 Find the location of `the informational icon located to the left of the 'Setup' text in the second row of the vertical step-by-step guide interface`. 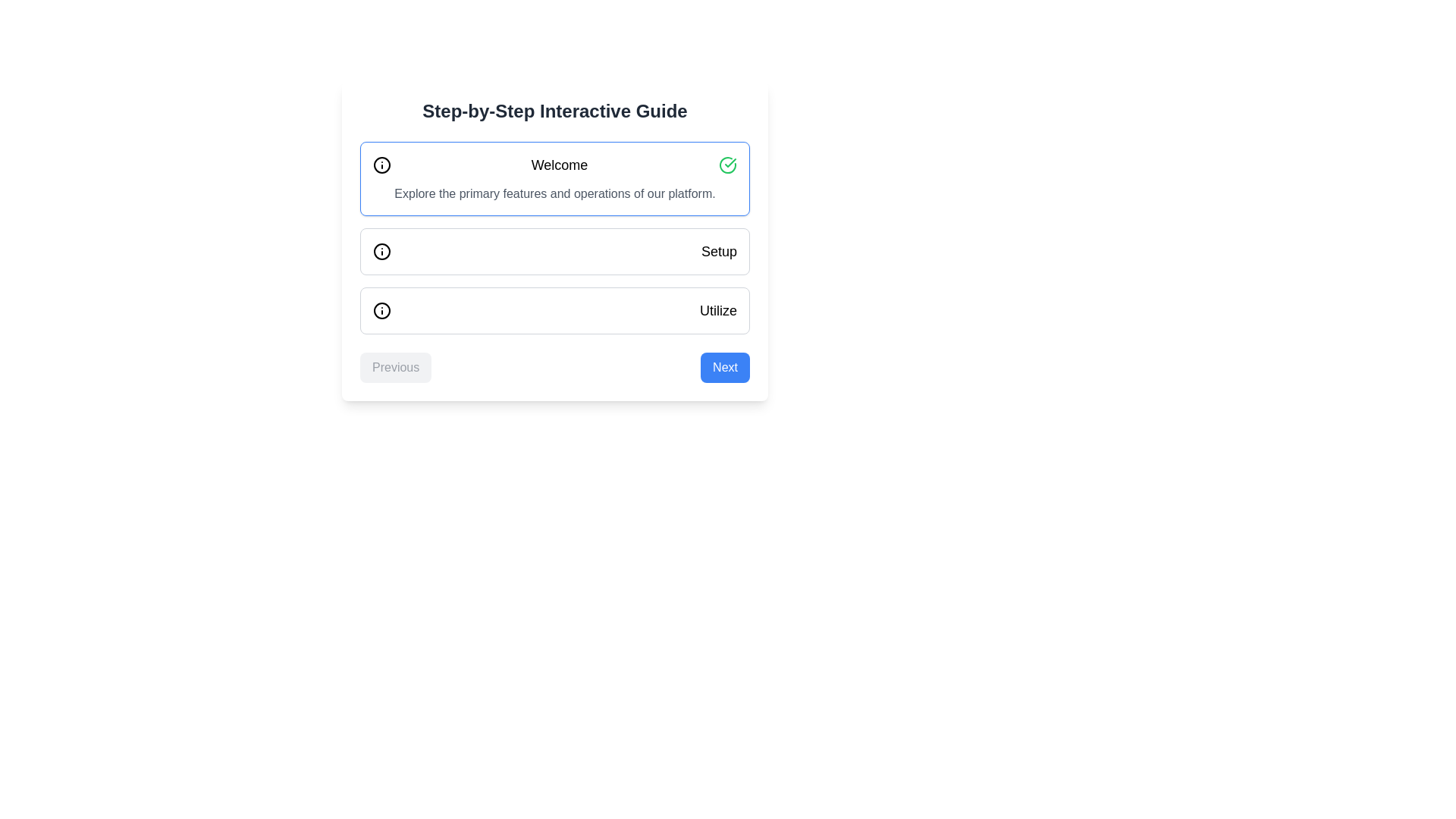

the informational icon located to the left of the 'Setup' text in the second row of the vertical step-by-step guide interface is located at coordinates (382, 250).